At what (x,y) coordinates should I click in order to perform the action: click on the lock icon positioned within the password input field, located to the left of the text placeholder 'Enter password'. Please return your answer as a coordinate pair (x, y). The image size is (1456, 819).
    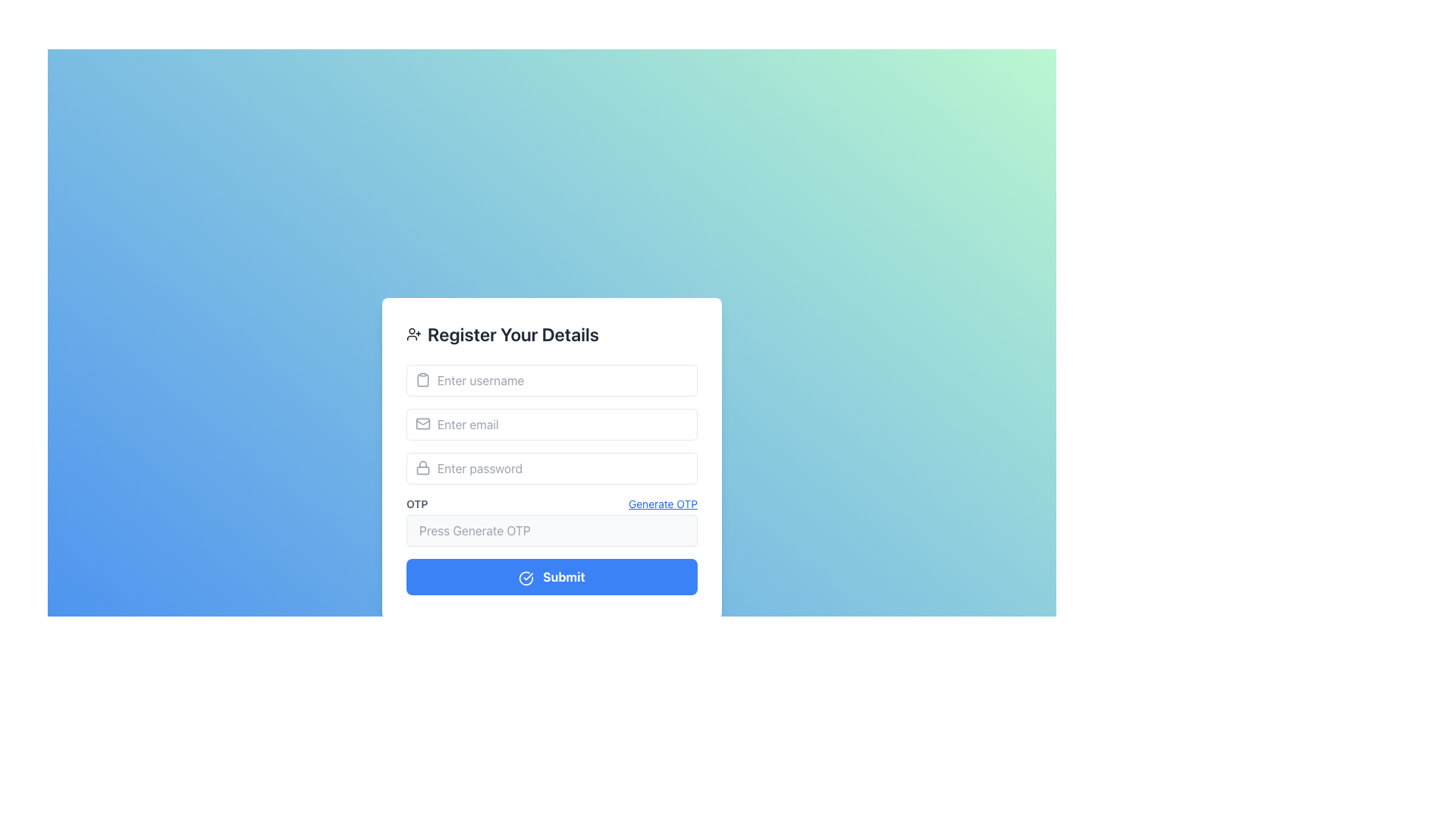
    Looking at the image, I should click on (422, 467).